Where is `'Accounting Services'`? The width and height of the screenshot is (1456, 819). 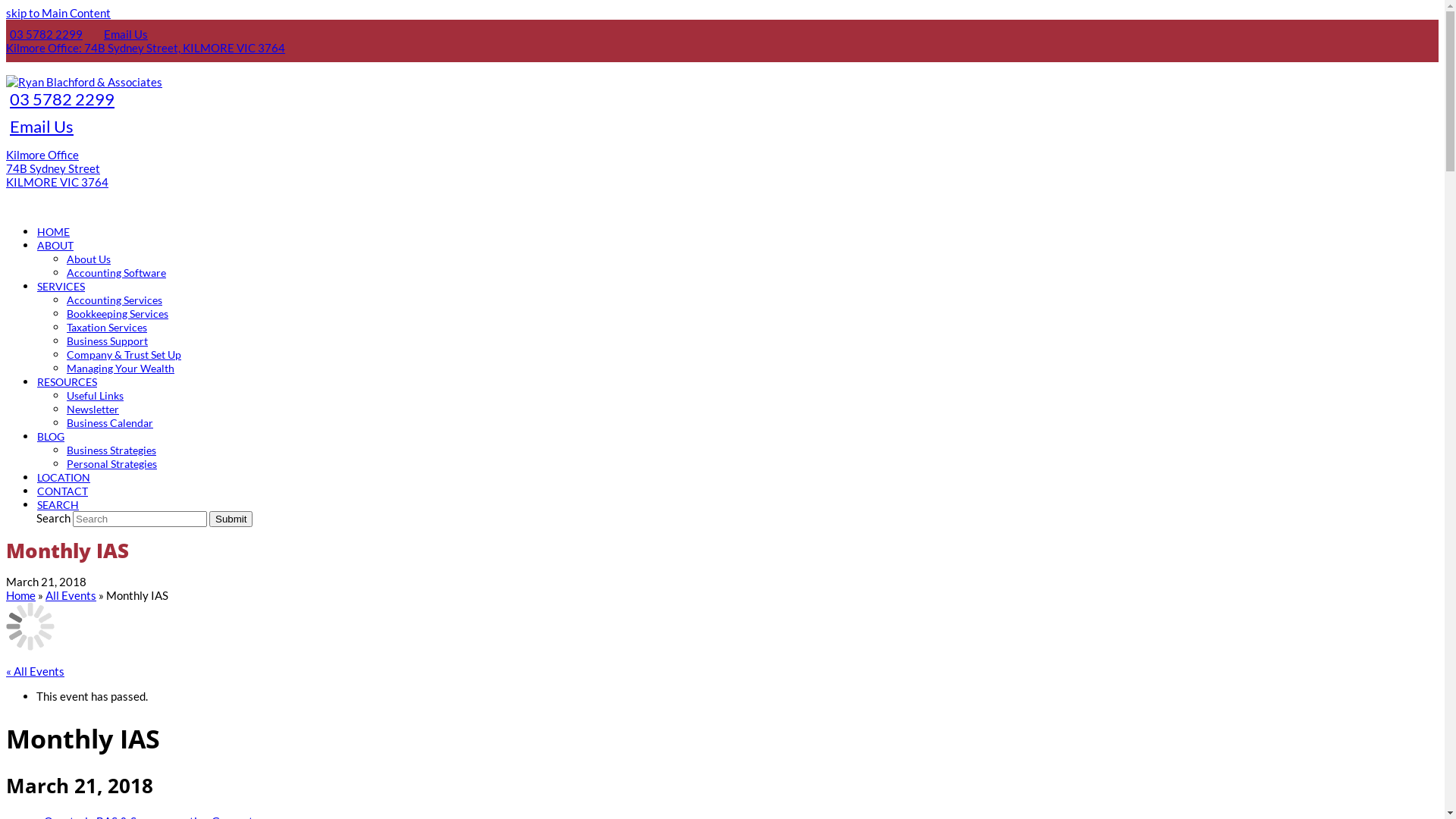
'Accounting Services' is located at coordinates (113, 299).